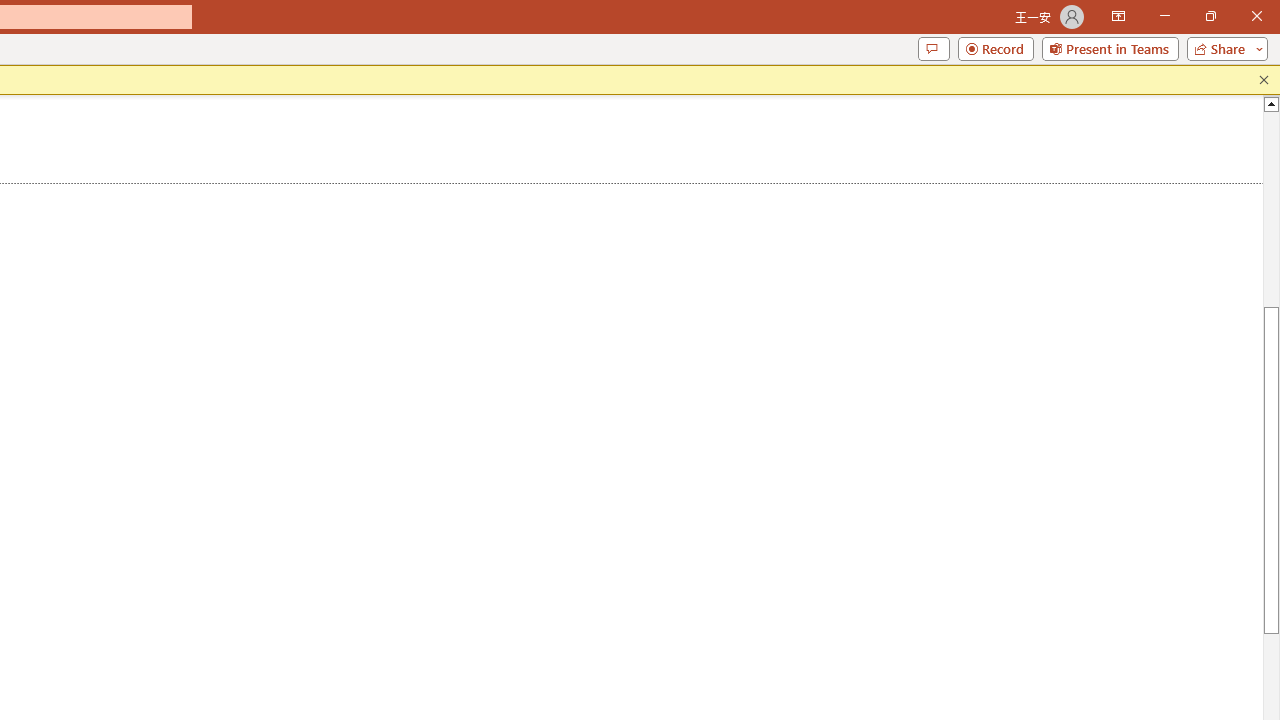  What do you see at coordinates (932, 47) in the screenshot?
I see `'Comments'` at bounding box center [932, 47].